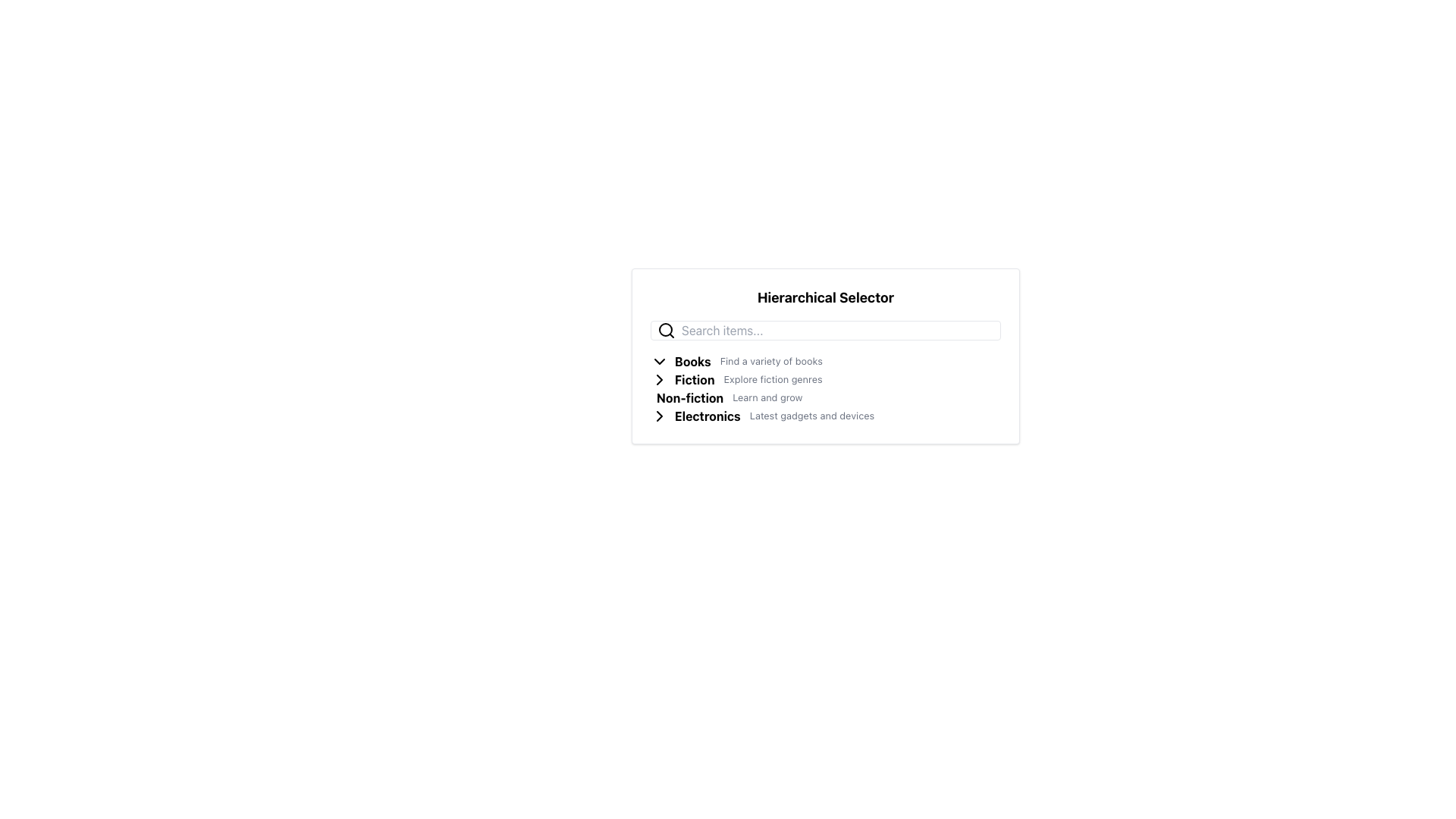  Describe the element at coordinates (825, 379) in the screenshot. I see `the 'Fiction Explore fiction genres' category list item, which is the second item under the 'Books' category in the hierarchical selector` at that location.